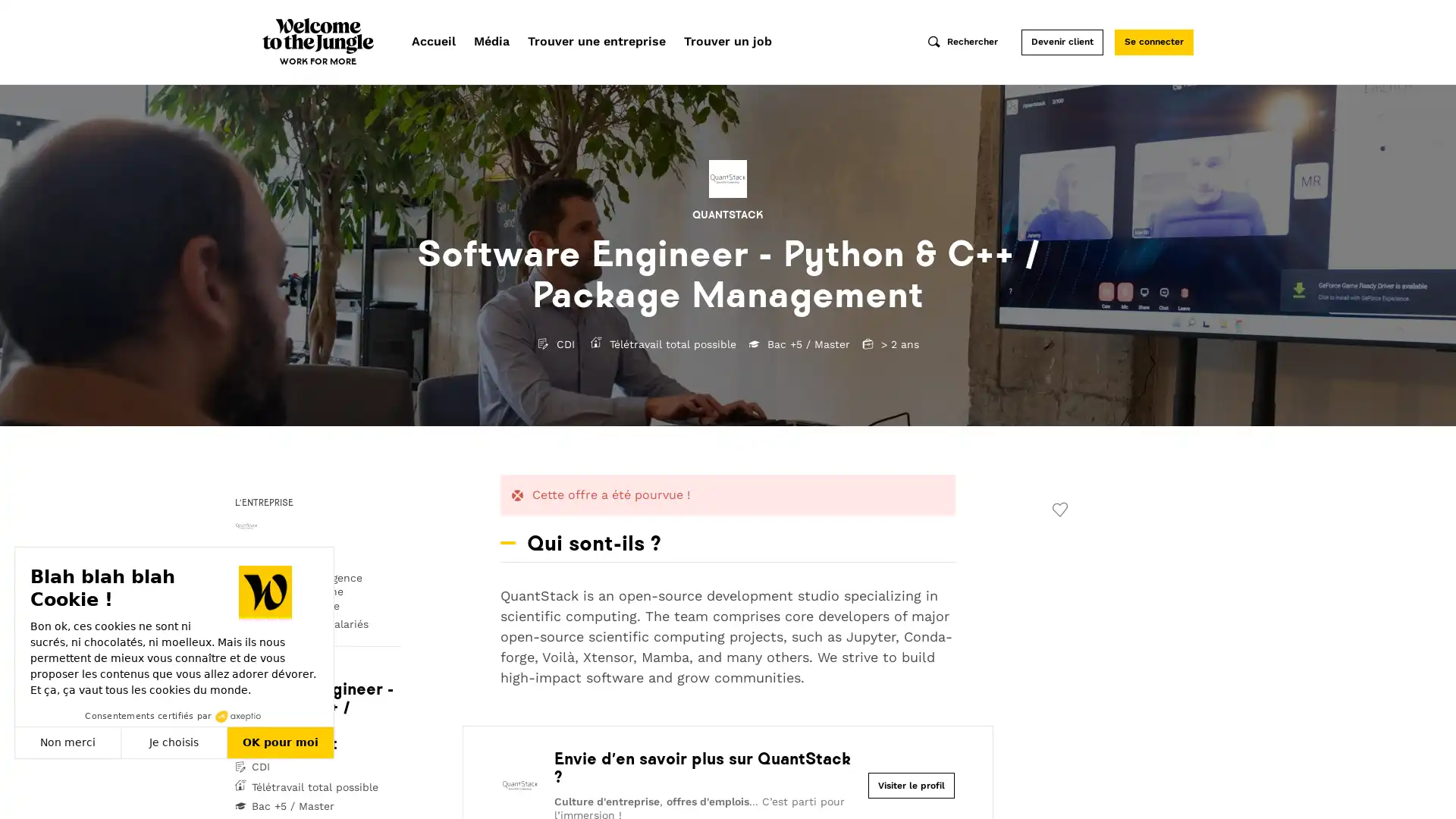  What do you see at coordinates (280, 742) in the screenshot?
I see `OK pour moi` at bounding box center [280, 742].